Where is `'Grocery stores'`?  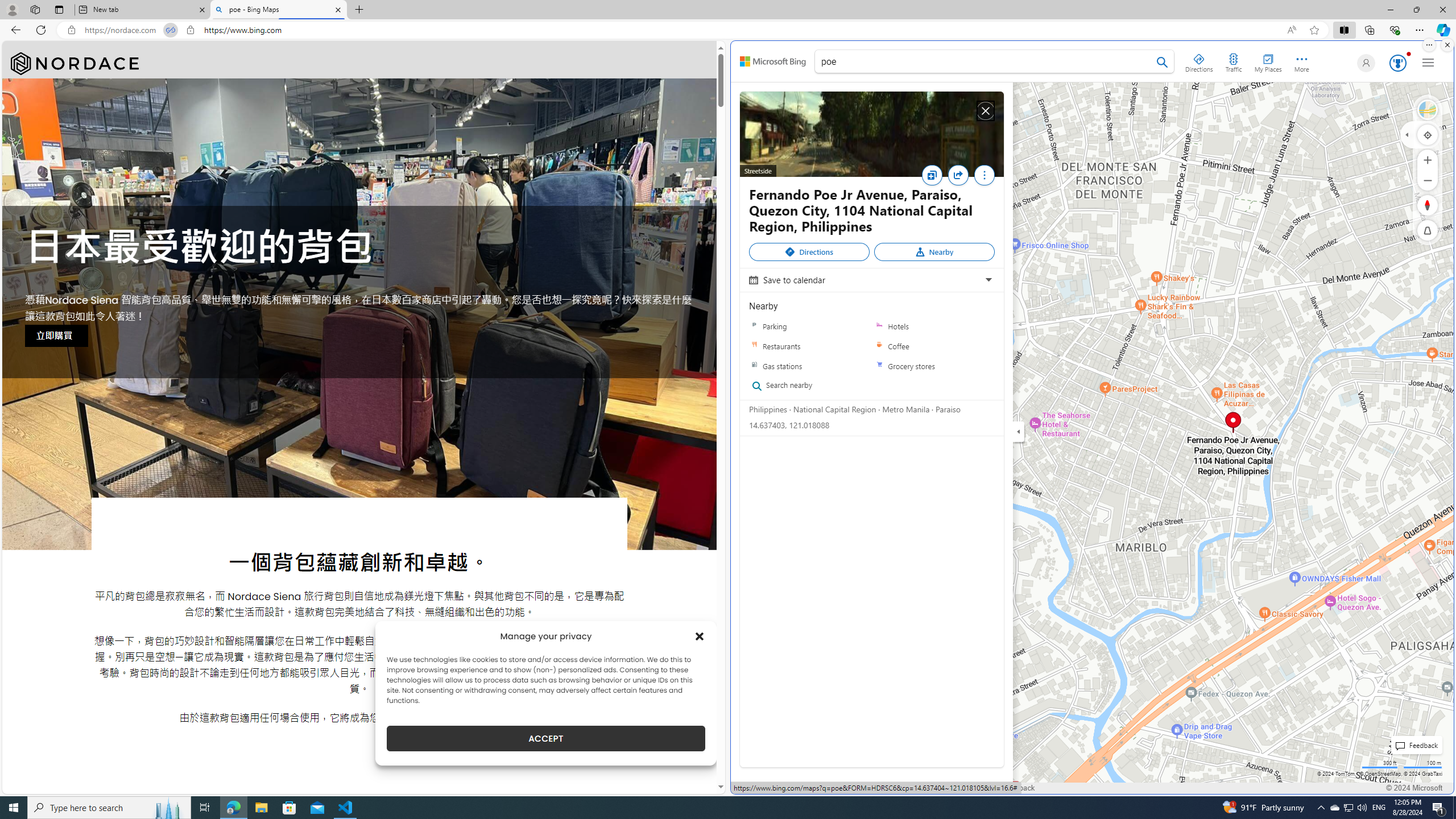
'Grocery stores' is located at coordinates (934, 366).